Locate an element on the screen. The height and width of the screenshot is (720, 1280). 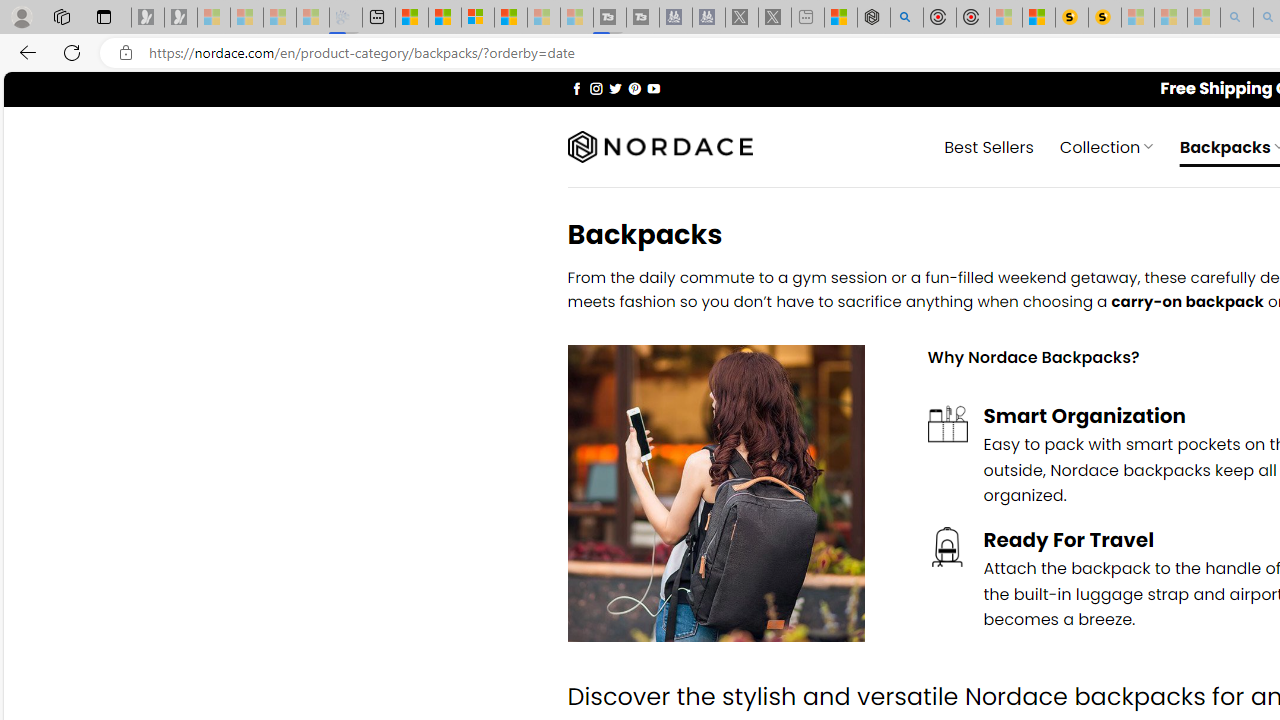
'Newsletter Sign Up - Sleeping' is located at coordinates (181, 17).